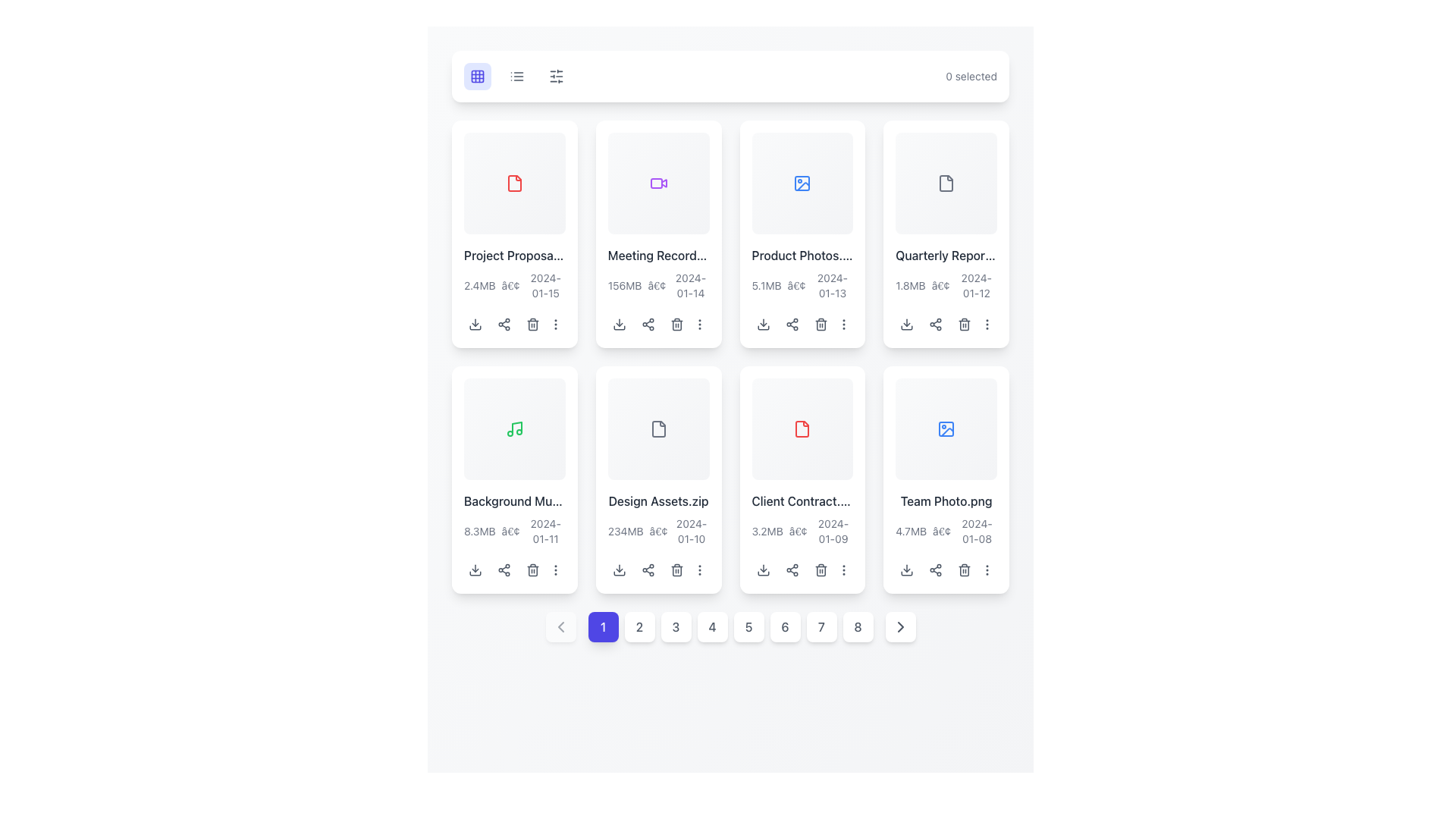 Image resolution: width=1456 pixels, height=819 pixels. I want to click on the delete button located in the bottom-right corner of the 'Team Photo.png' file card, which is the third interactive option in a horizontal row of icons, so click(964, 570).